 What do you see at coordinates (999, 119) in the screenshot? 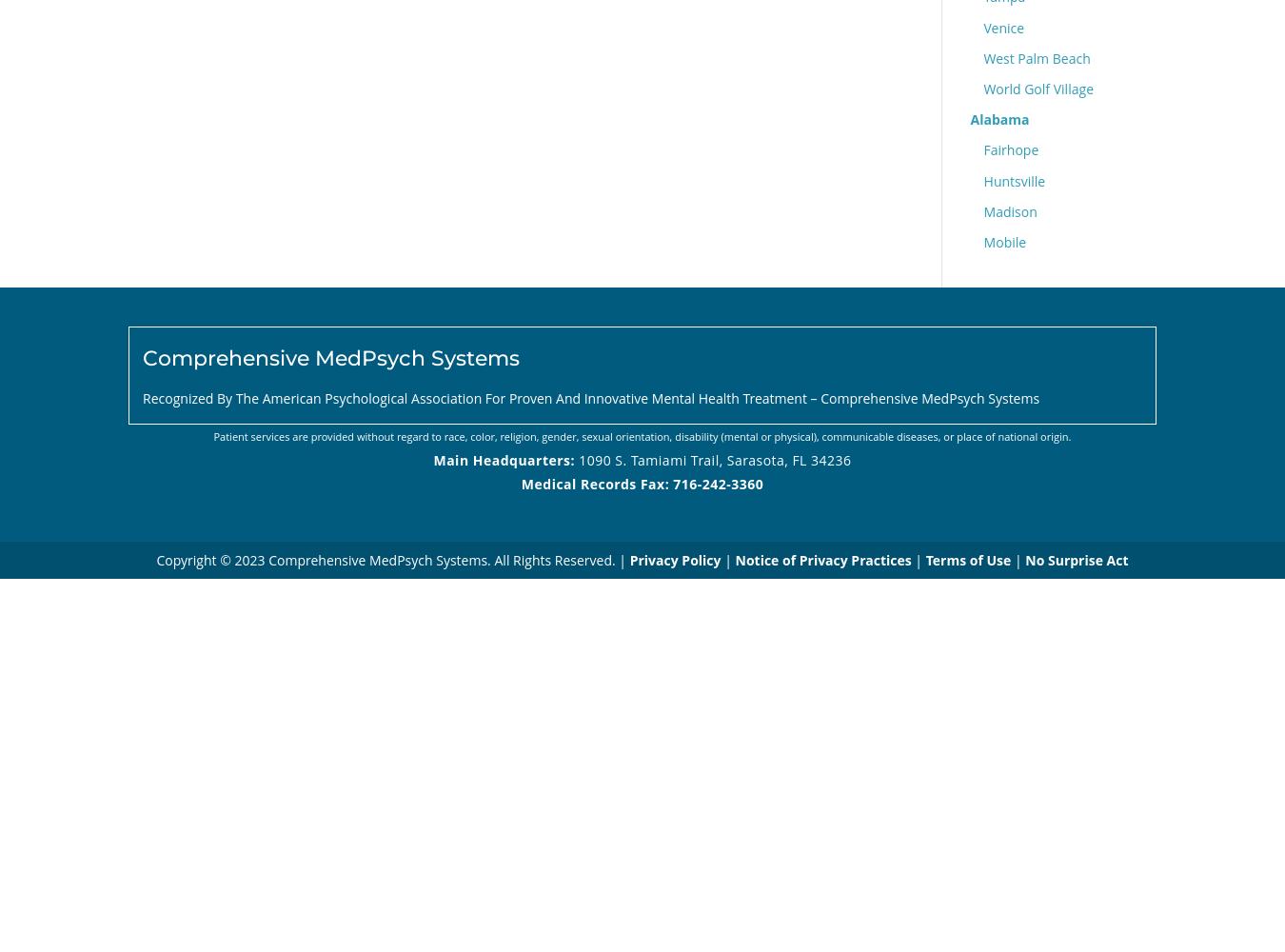
I see `'Alabama'` at bounding box center [999, 119].